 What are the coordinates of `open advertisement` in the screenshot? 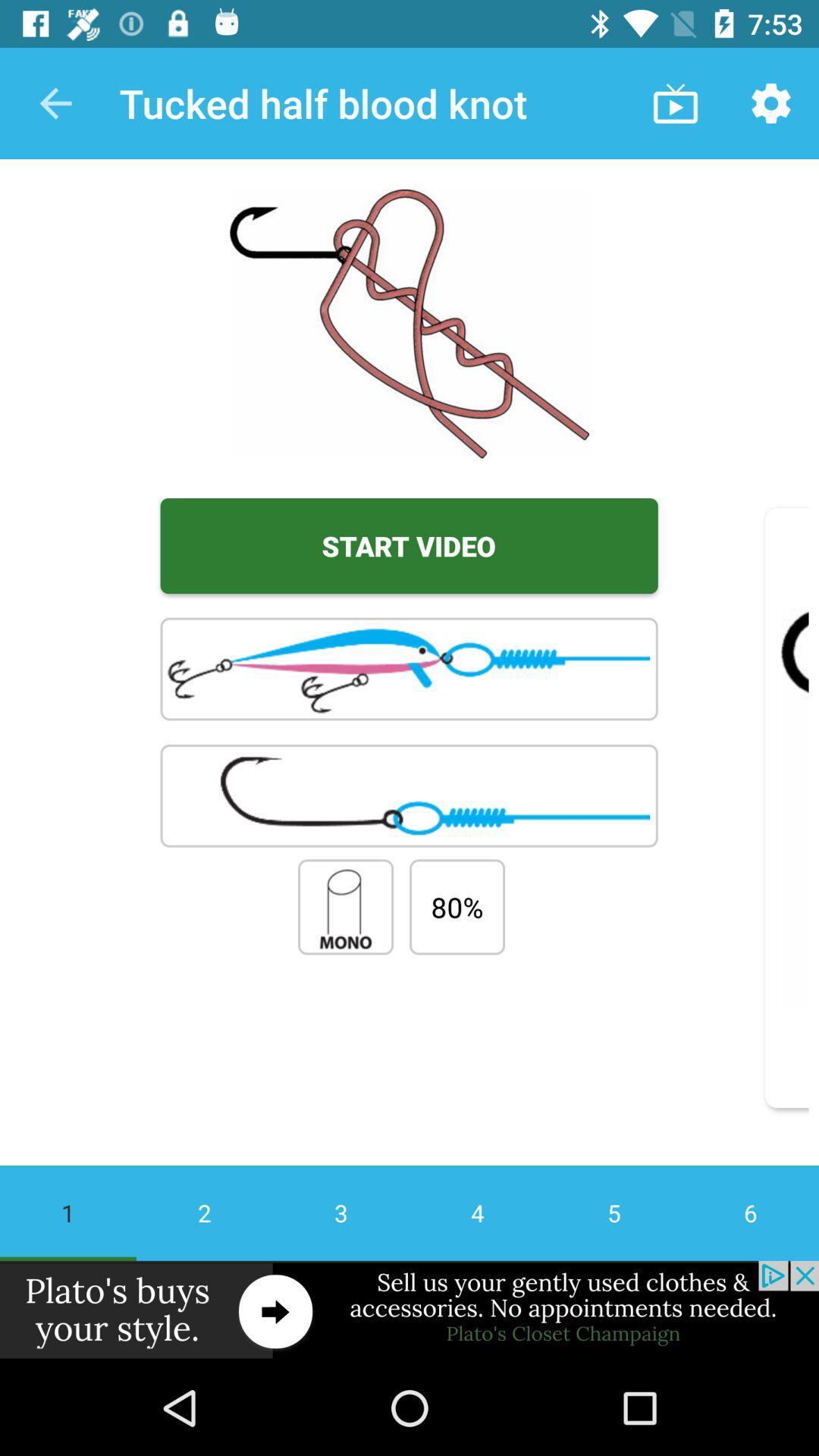 It's located at (409, 1310).